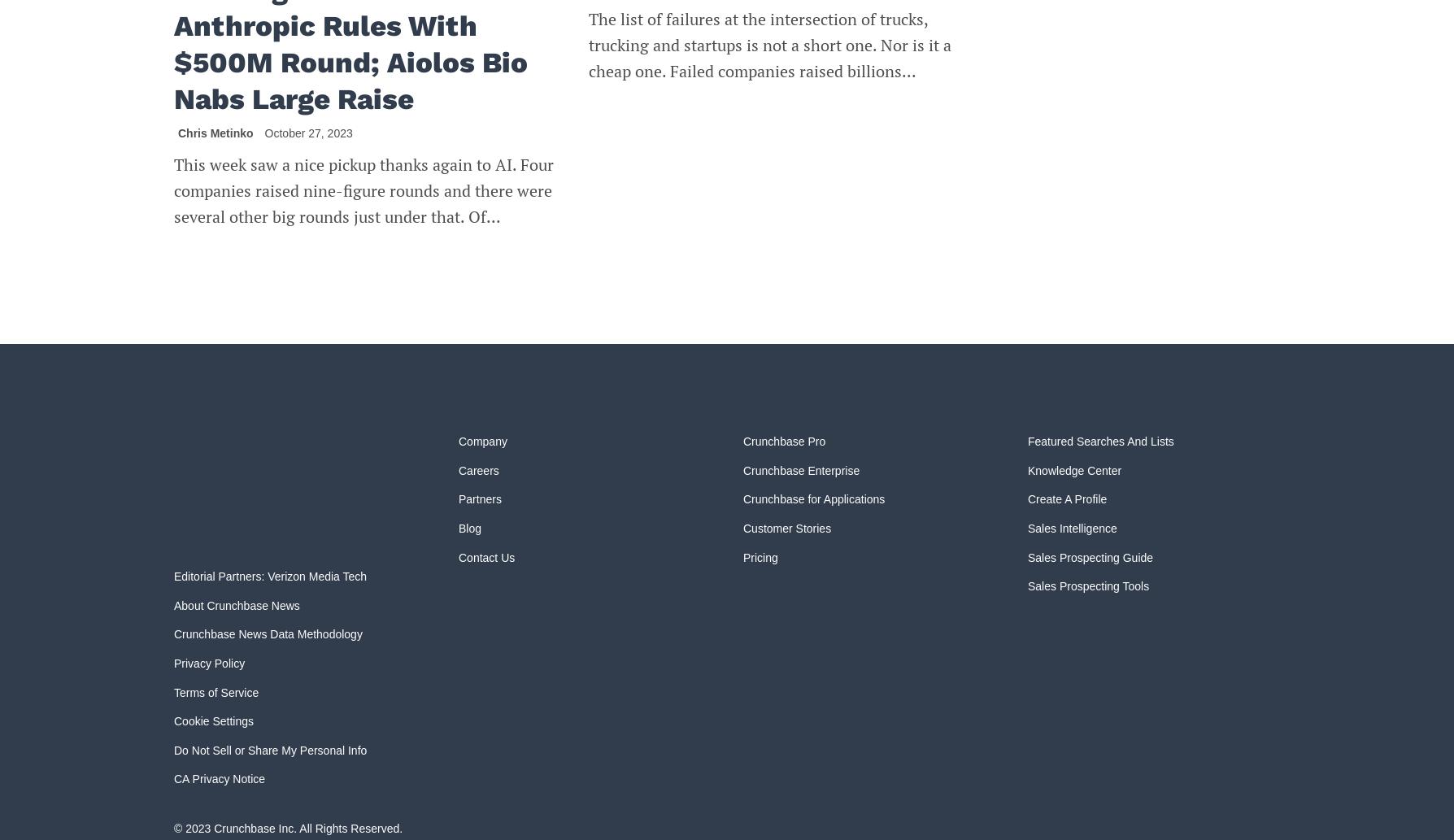 The height and width of the screenshot is (840, 1454). I want to click on 'Chris Metinko', so click(214, 133).